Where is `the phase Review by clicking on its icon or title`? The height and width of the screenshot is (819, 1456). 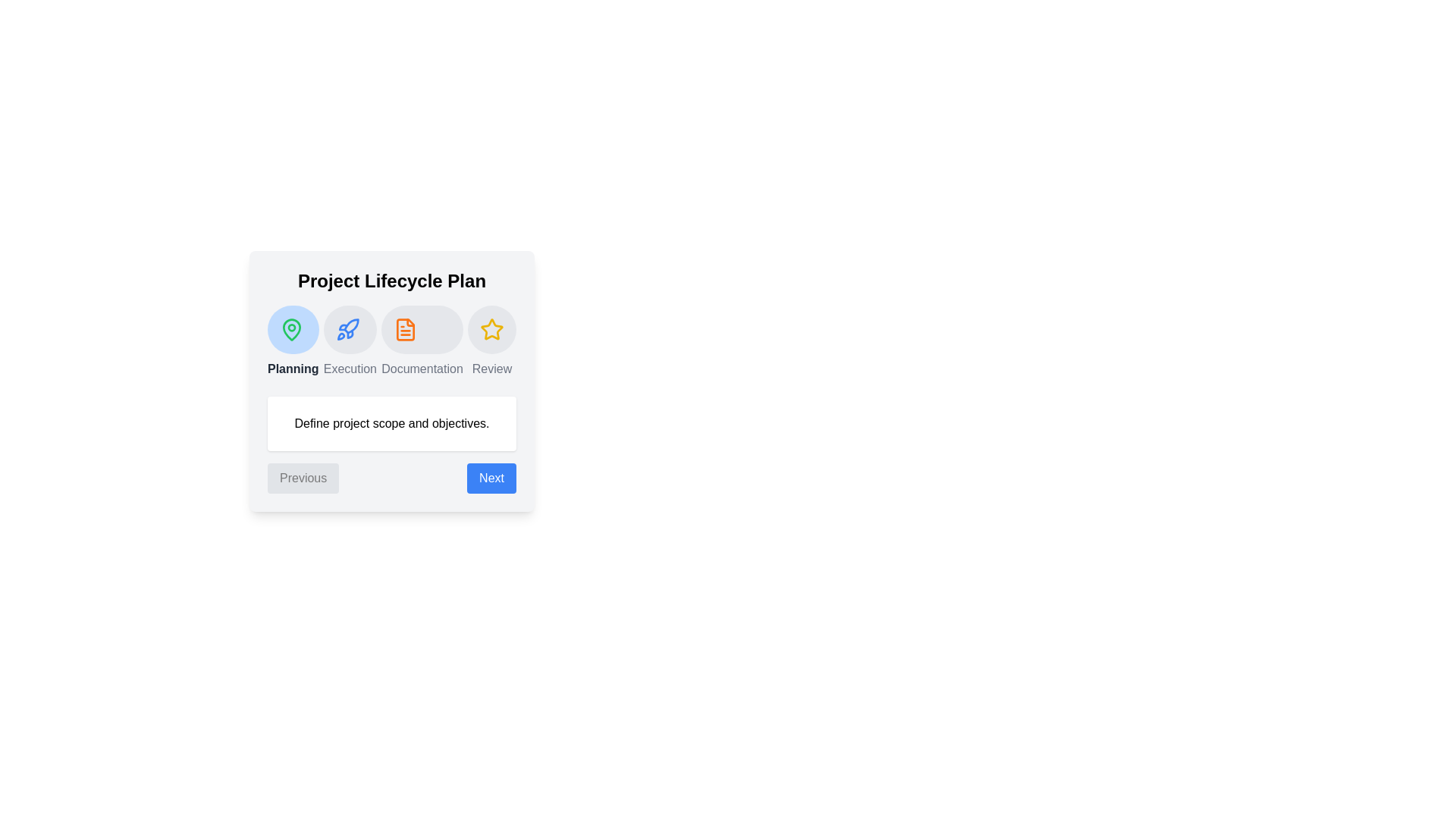 the phase Review by clicking on its icon or title is located at coordinates (491, 329).